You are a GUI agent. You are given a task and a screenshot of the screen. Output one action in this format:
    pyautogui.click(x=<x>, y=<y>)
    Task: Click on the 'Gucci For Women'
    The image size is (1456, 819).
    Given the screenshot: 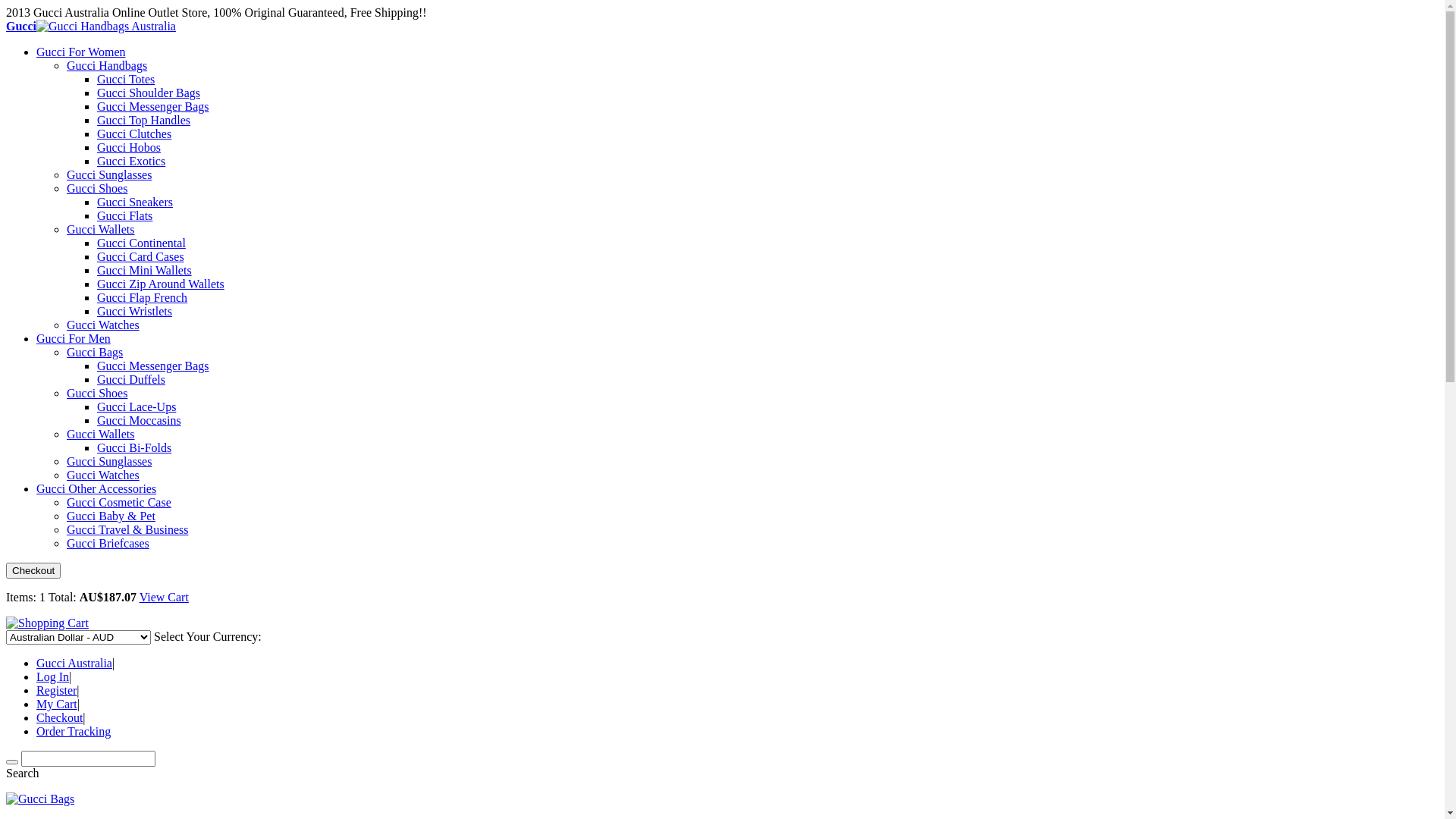 What is the action you would take?
    pyautogui.click(x=36, y=51)
    